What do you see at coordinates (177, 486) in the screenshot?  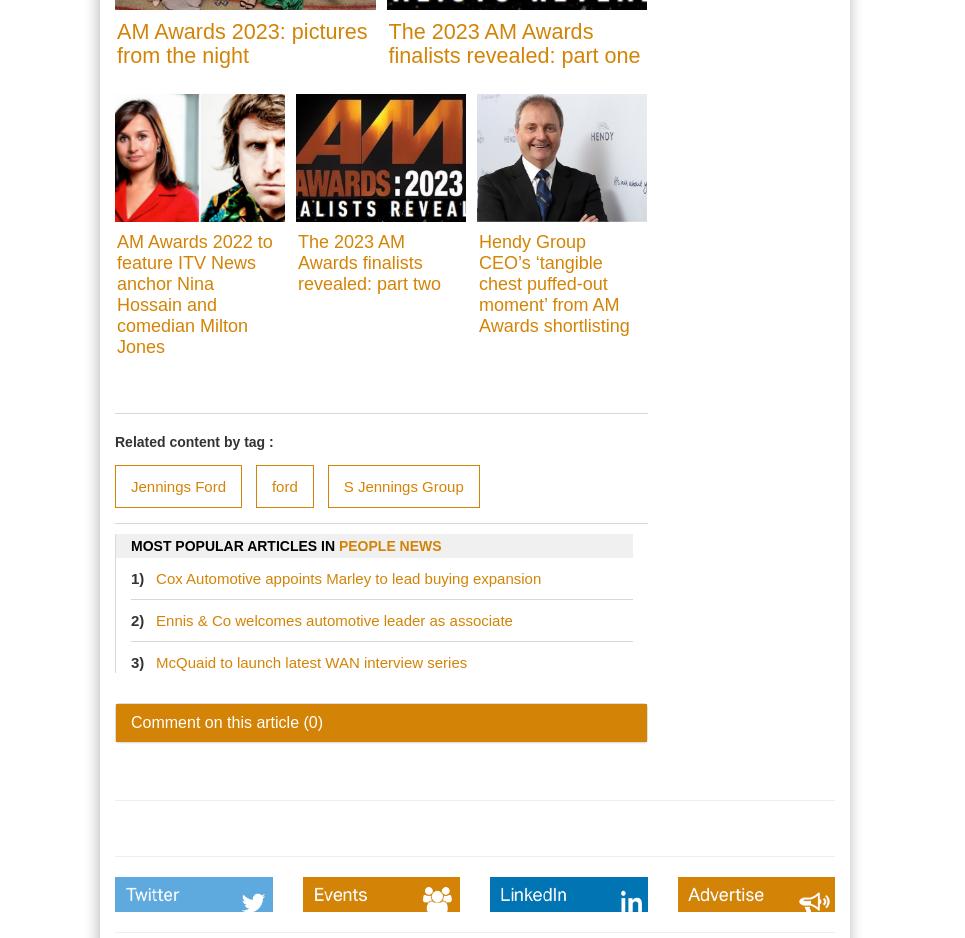 I see `'Jennings Ford'` at bounding box center [177, 486].